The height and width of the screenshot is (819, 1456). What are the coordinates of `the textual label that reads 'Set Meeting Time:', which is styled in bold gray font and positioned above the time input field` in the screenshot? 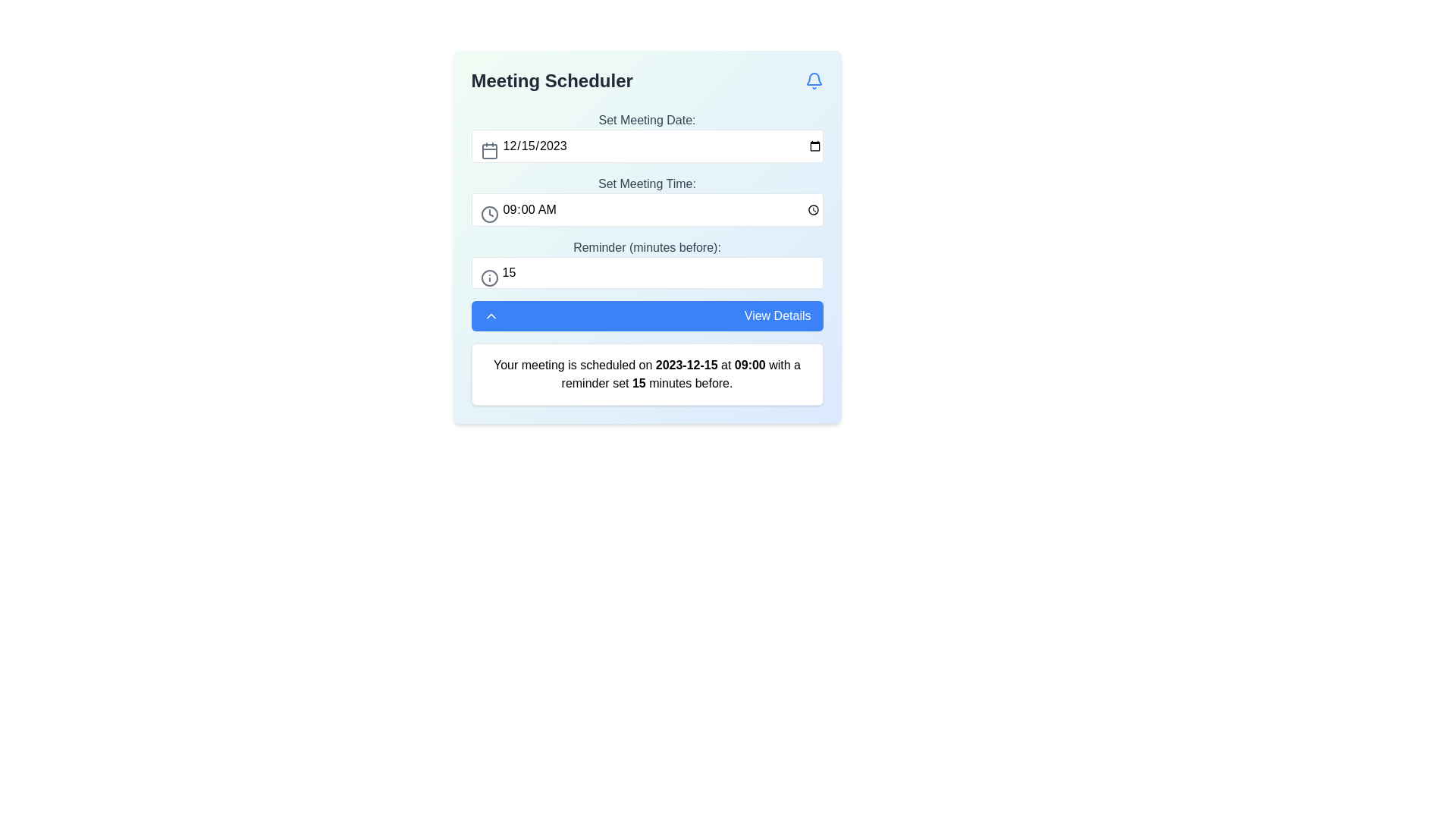 It's located at (647, 184).